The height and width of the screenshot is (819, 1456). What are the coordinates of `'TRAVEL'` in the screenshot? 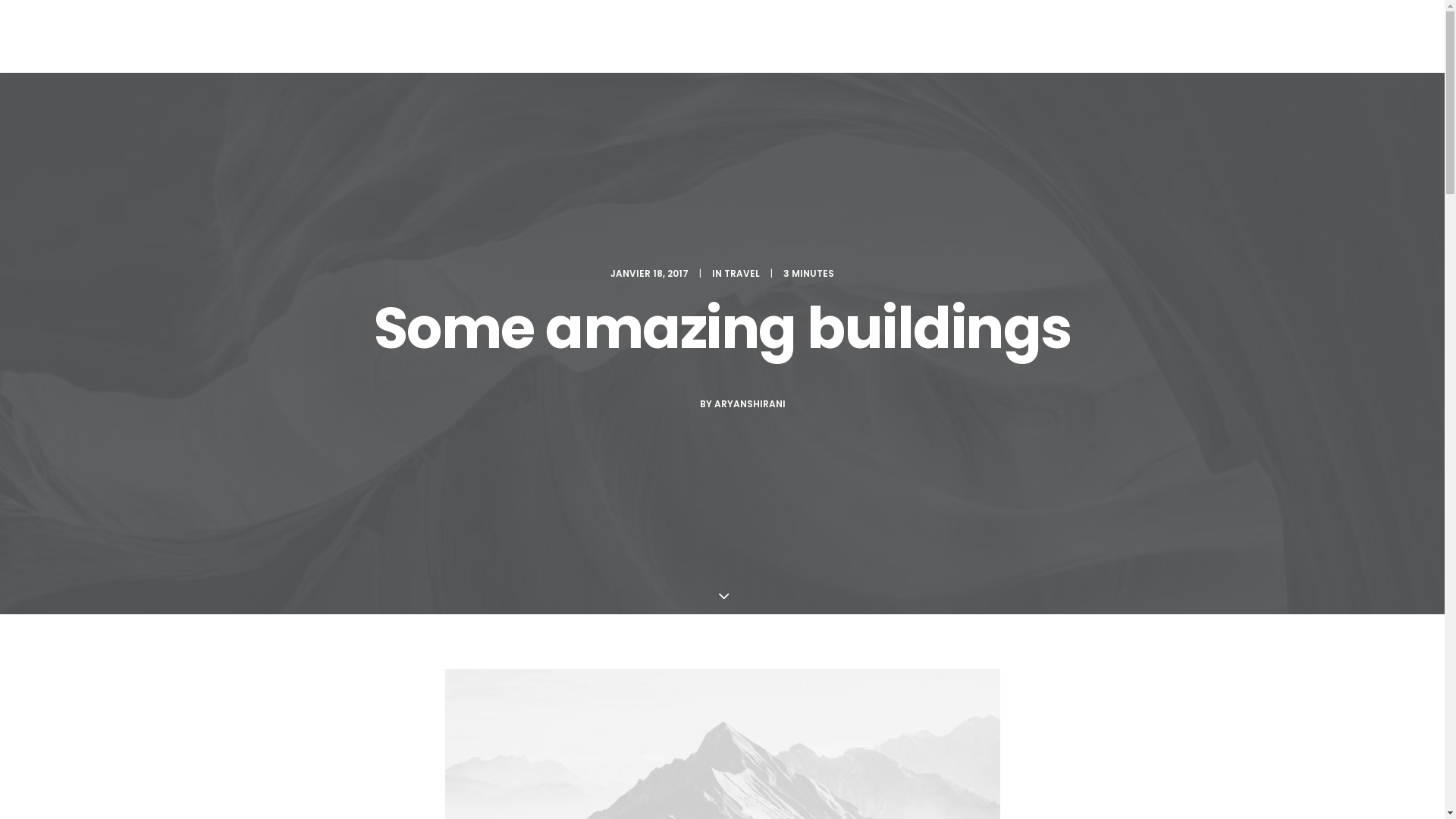 It's located at (723, 273).